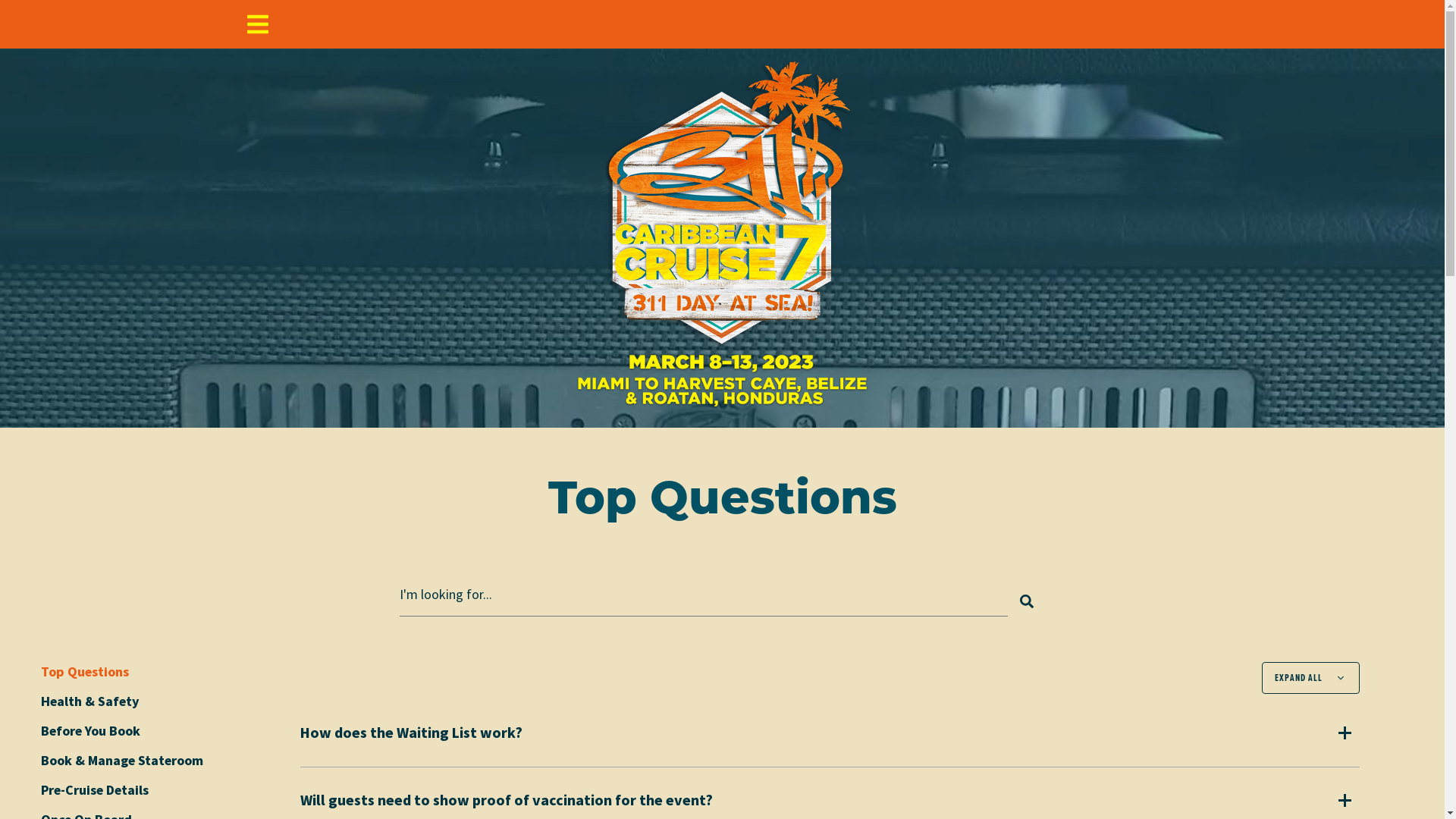  Describe the element at coordinates (40, 730) in the screenshot. I see `'Before You Book'` at that location.